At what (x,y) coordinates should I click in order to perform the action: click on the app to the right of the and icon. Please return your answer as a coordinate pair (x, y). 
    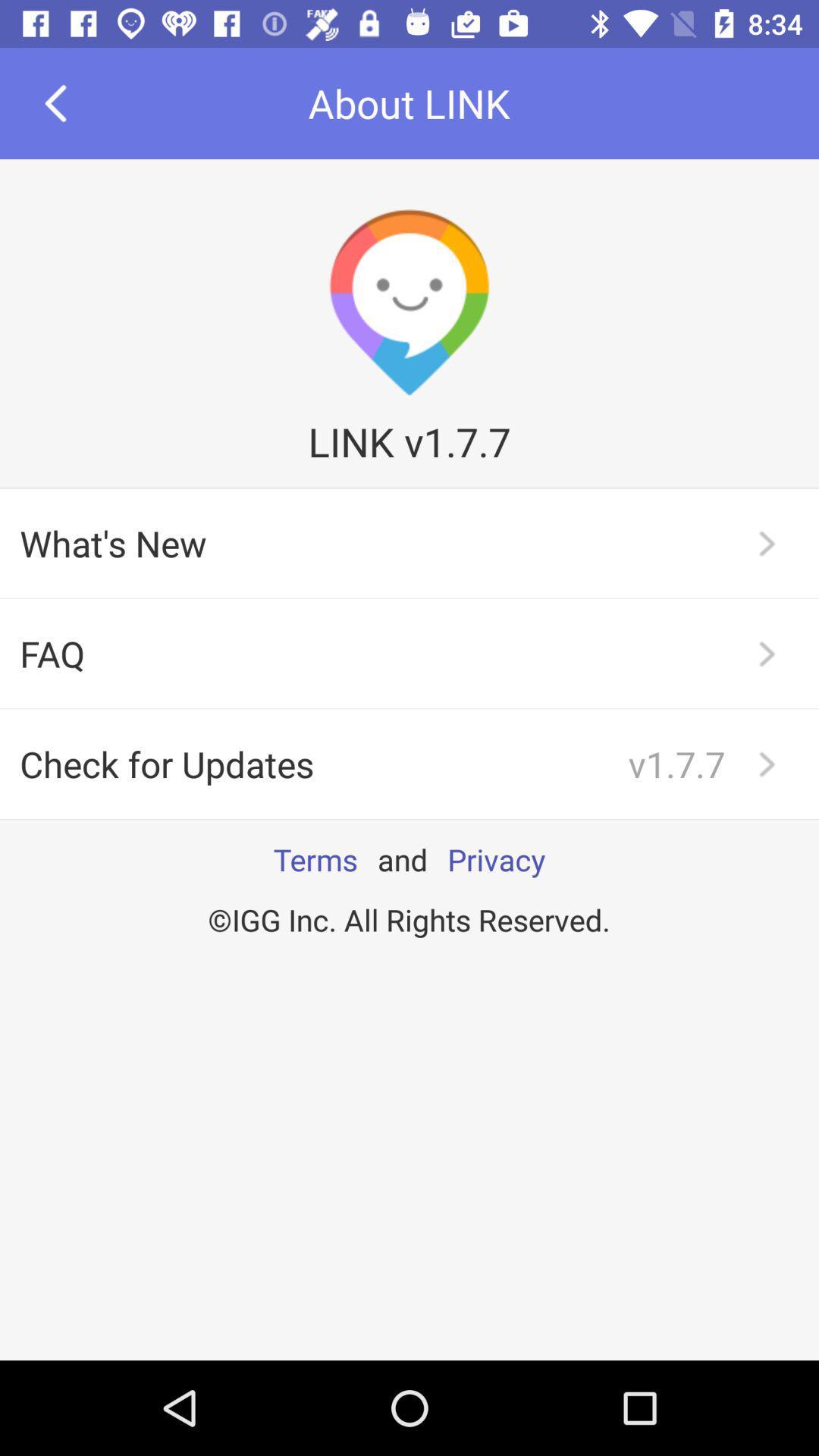
    Looking at the image, I should click on (496, 859).